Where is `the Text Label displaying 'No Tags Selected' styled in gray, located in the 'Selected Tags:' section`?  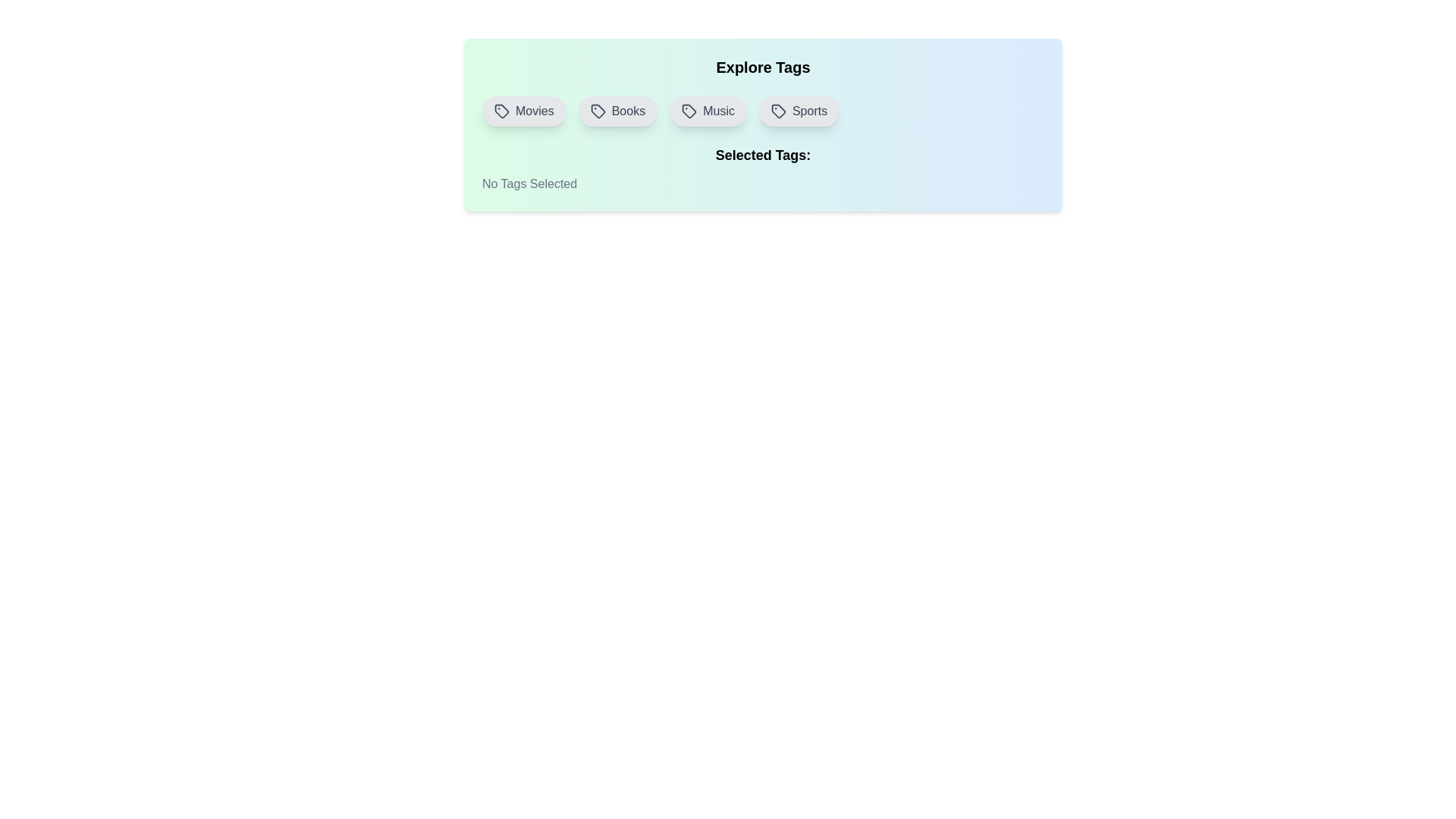 the Text Label displaying 'No Tags Selected' styled in gray, located in the 'Selected Tags:' section is located at coordinates (529, 184).